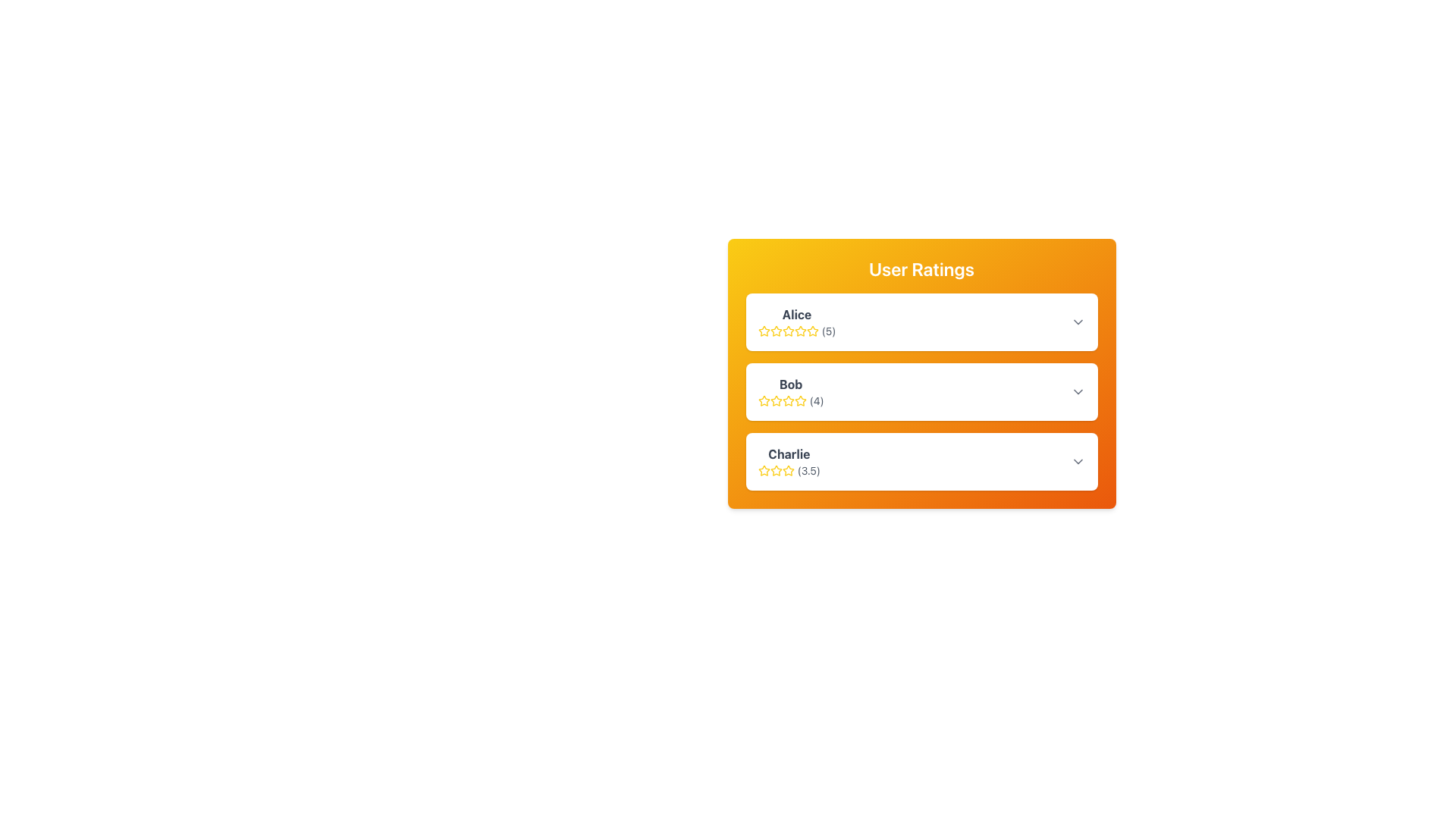  Describe the element at coordinates (789, 461) in the screenshot. I see `user's name 'Charlie' and their rating displayed in the user rating entry located inside a white background card at the bottom of the vertical stack under the header 'User Ratings'` at that location.